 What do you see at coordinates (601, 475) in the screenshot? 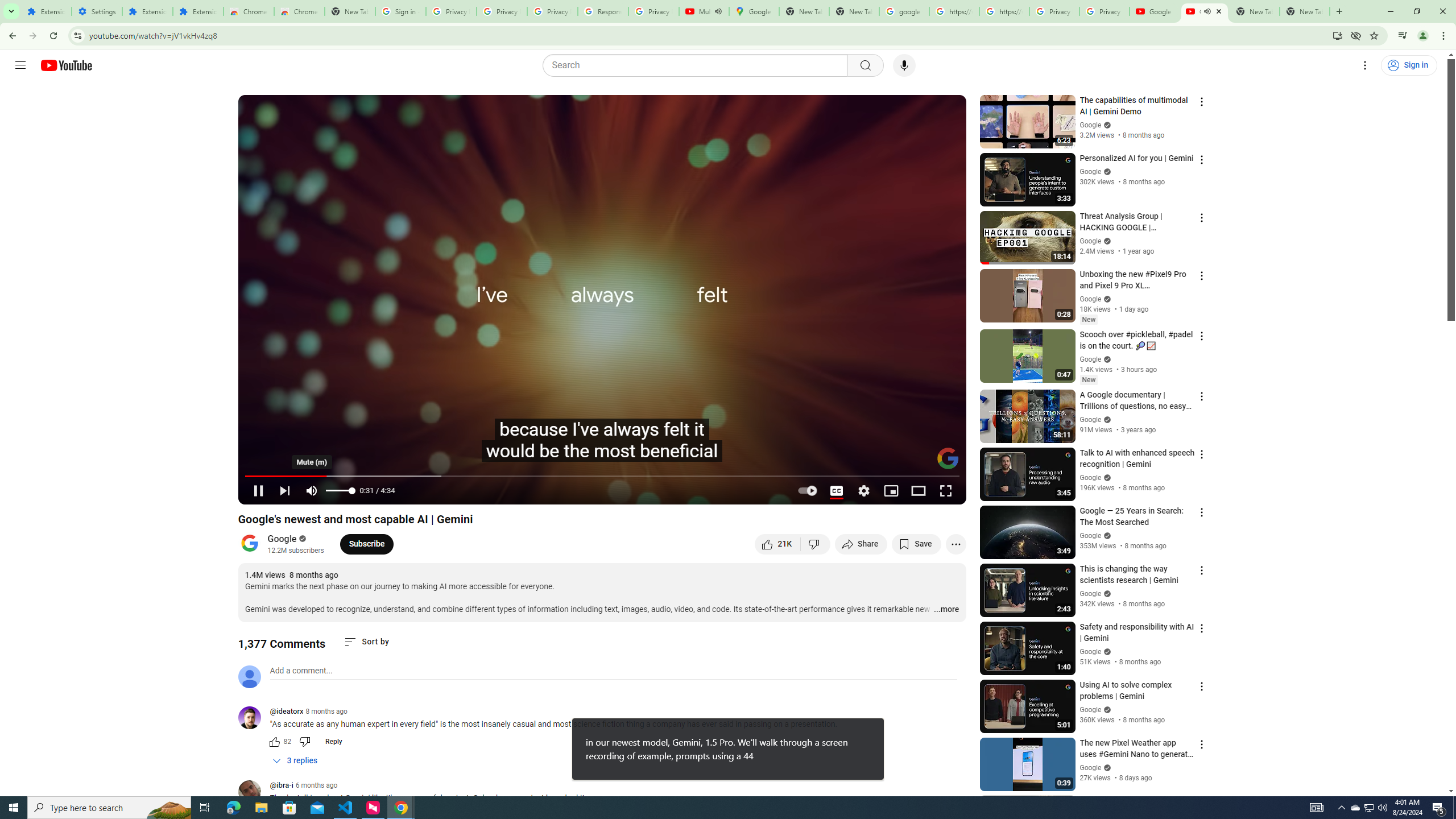
I see `'Seek slider'` at bounding box center [601, 475].